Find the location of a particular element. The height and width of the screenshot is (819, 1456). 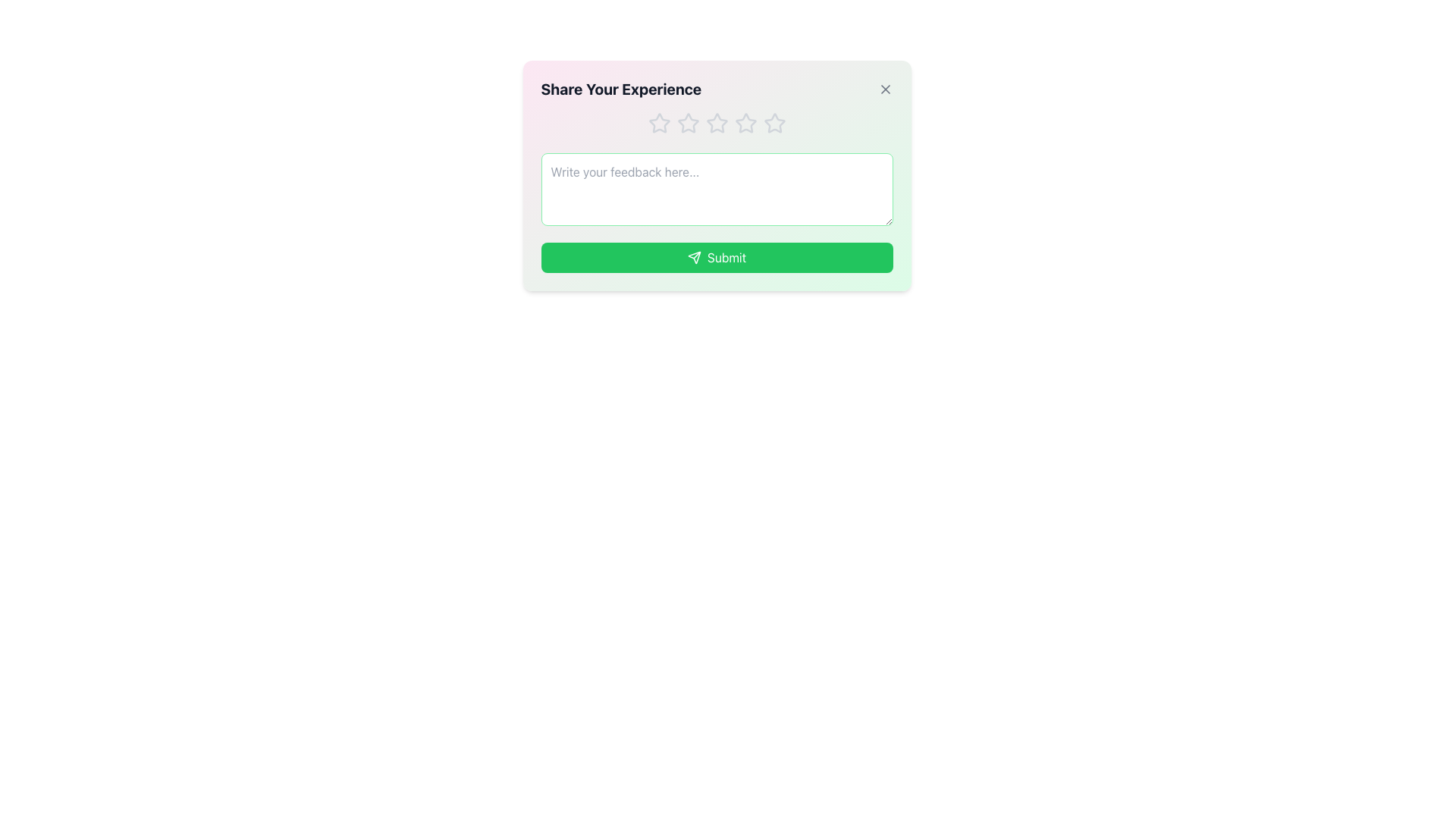

the third star-shaped rating icon in the feedback dialog is located at coordinates (716, 122).